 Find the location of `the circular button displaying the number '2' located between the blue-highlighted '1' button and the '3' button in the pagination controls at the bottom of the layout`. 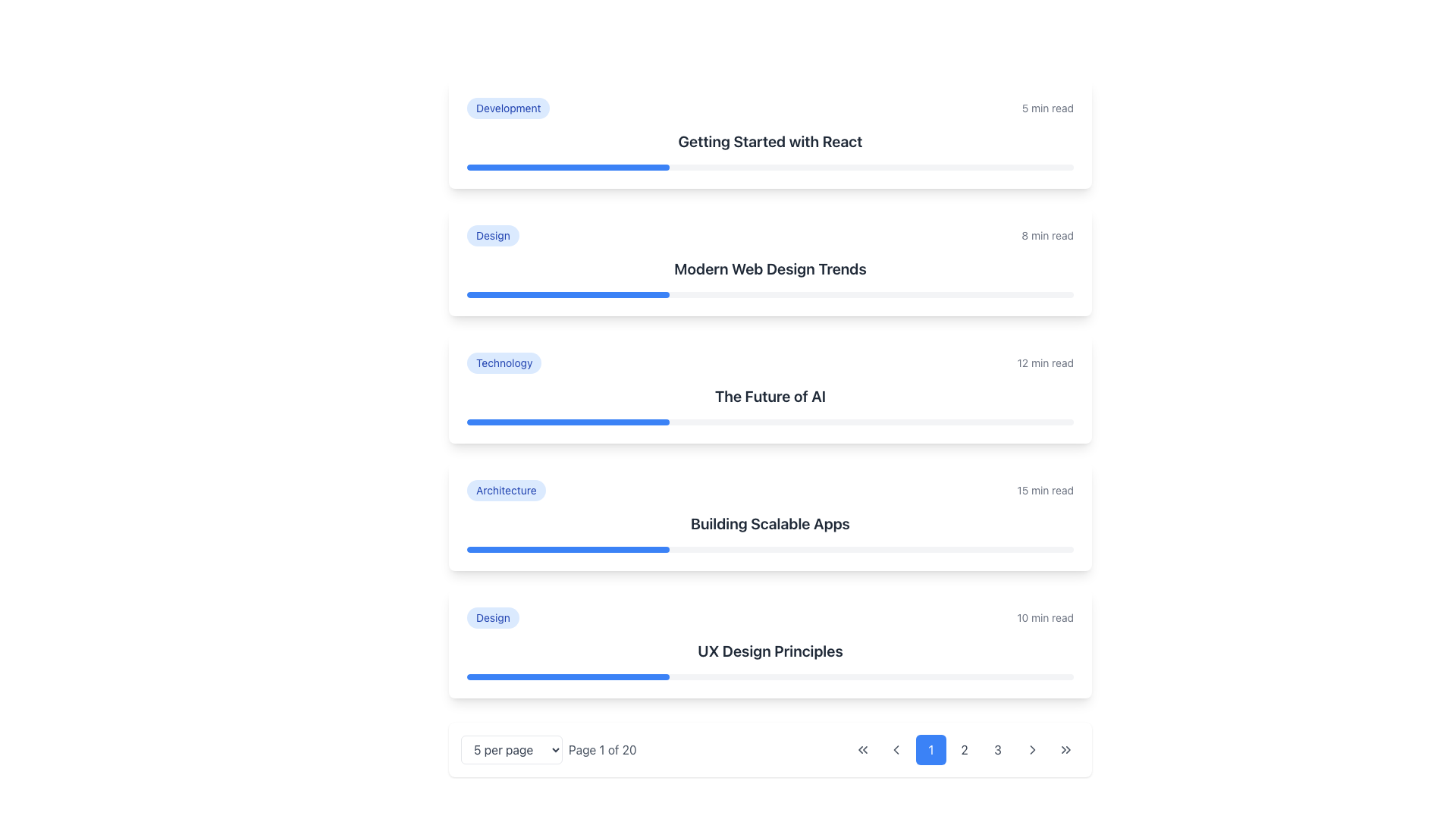

the circular button displaying the number '2' located between the blue-highlighted '1' button and the '3' button in the pagination controls at the bottom of the layout is located at coordinates (964, 748).